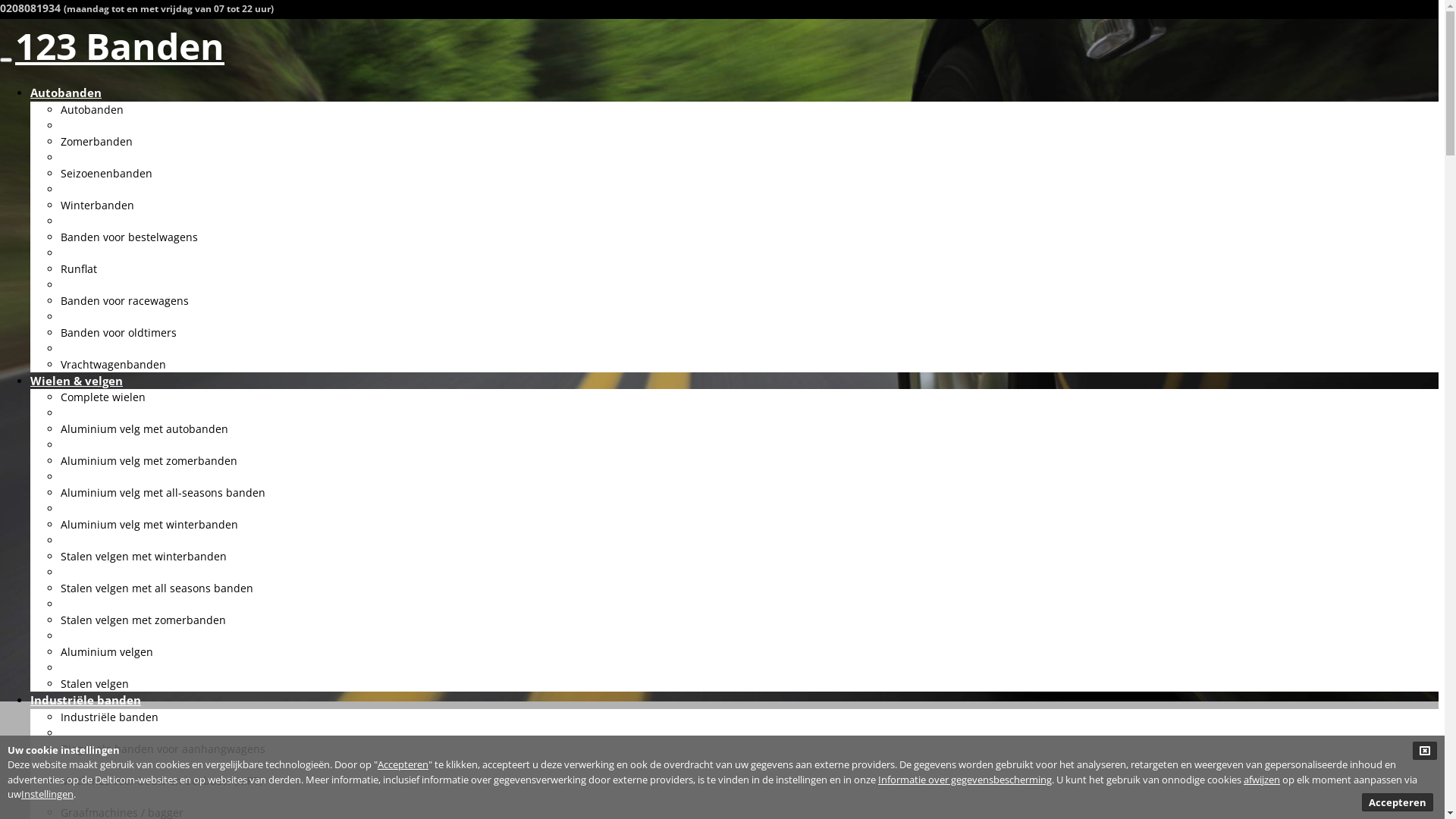 The height and width of the screenshot is (819, 1456). Describe the element at coordinates (105, 651) in the screenshot. I see `'Aluminium velgen'` at that location.